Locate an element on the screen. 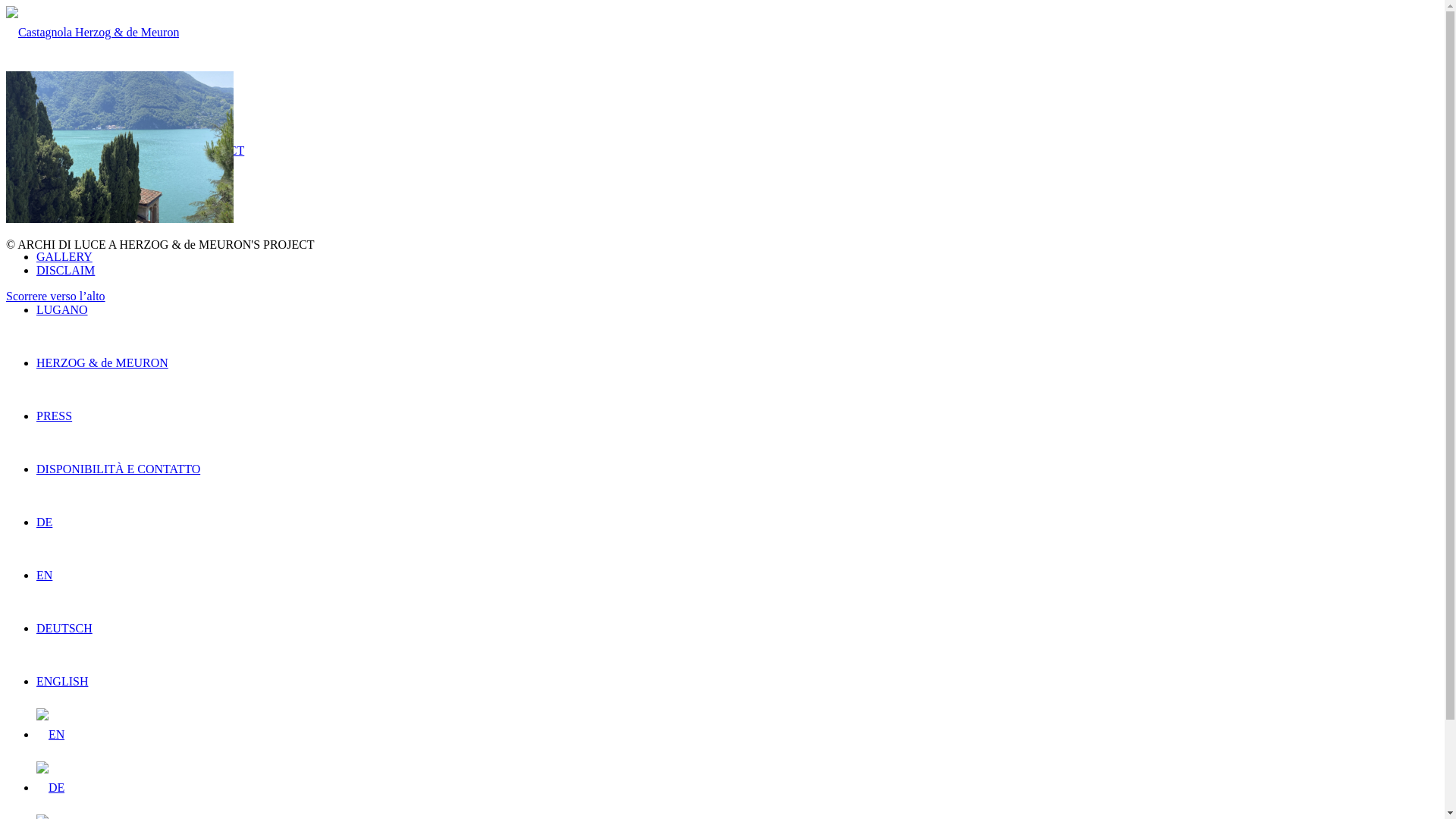 Image resolution: width=1456 pixels, height=819 pixels. 'DISCLAIM' is located at coordinates (64, 269).